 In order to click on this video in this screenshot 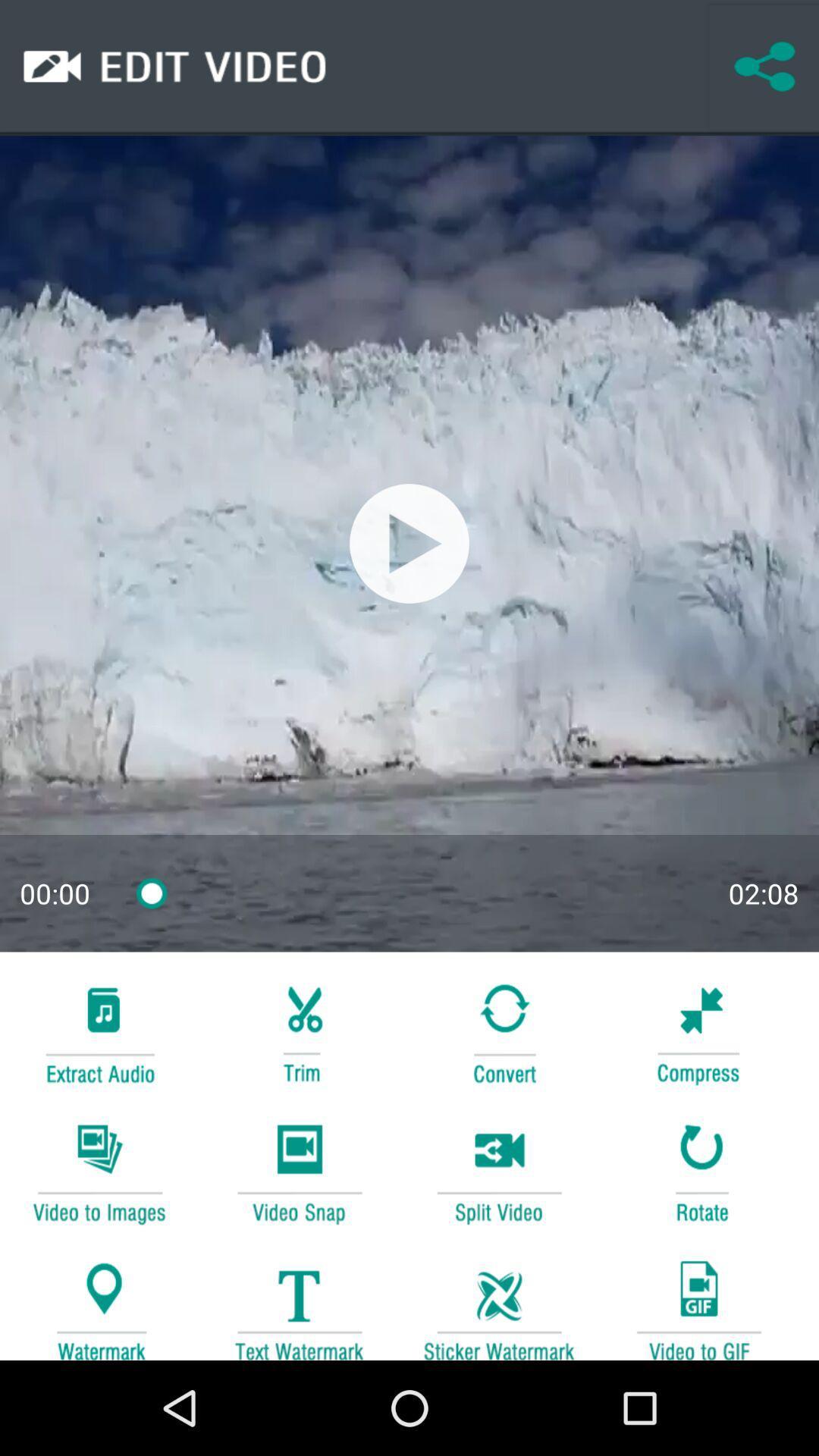, I will do `click(409, 543)`.